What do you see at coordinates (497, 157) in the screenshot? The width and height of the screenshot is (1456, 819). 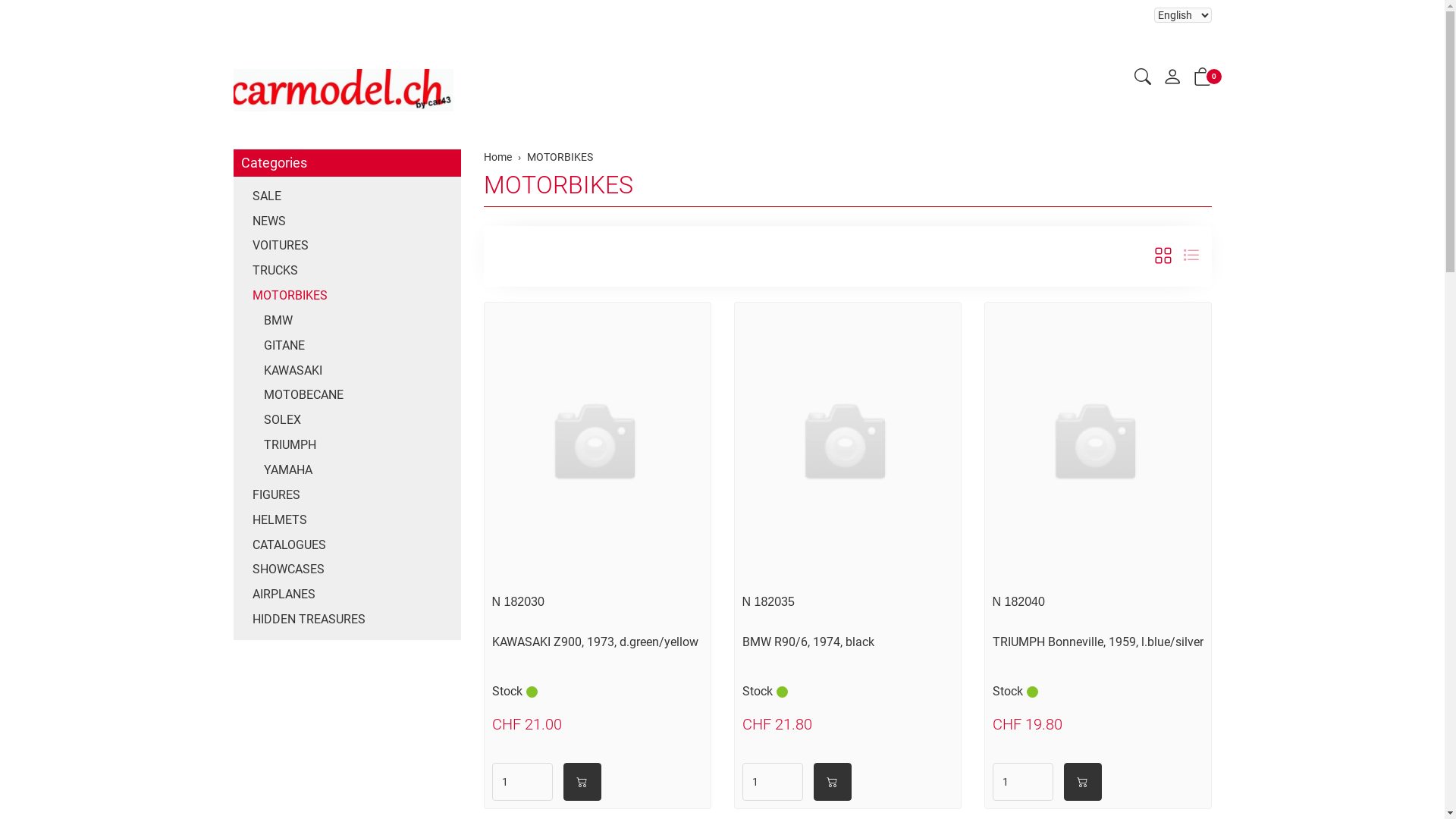 I see `'Home'` at bounding box center [497, 157].